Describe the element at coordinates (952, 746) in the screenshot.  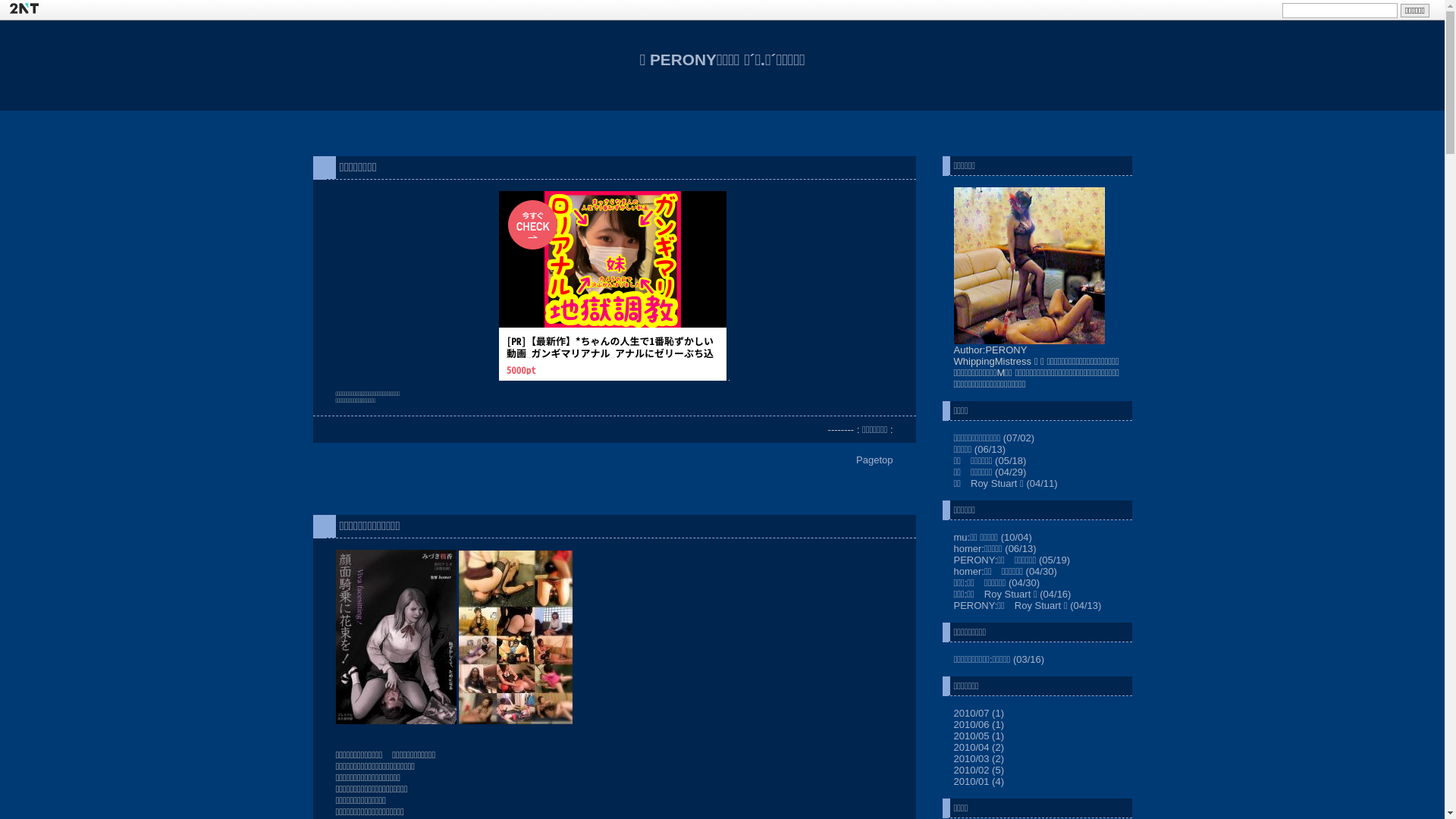
I see `'2010/04 (2)'` at that location.